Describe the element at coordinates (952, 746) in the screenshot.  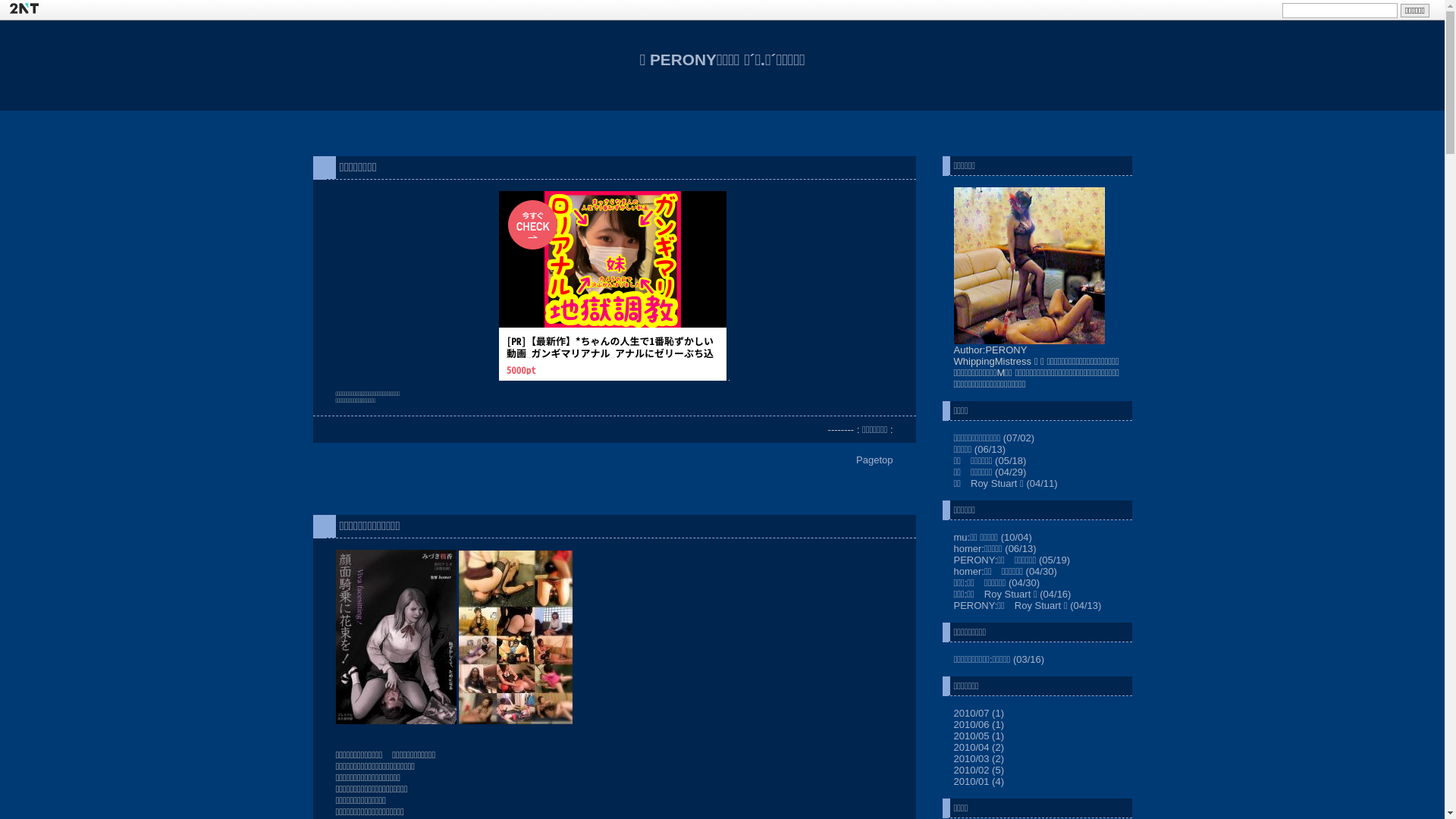
I see `'2010/04 (2)'` at that location.